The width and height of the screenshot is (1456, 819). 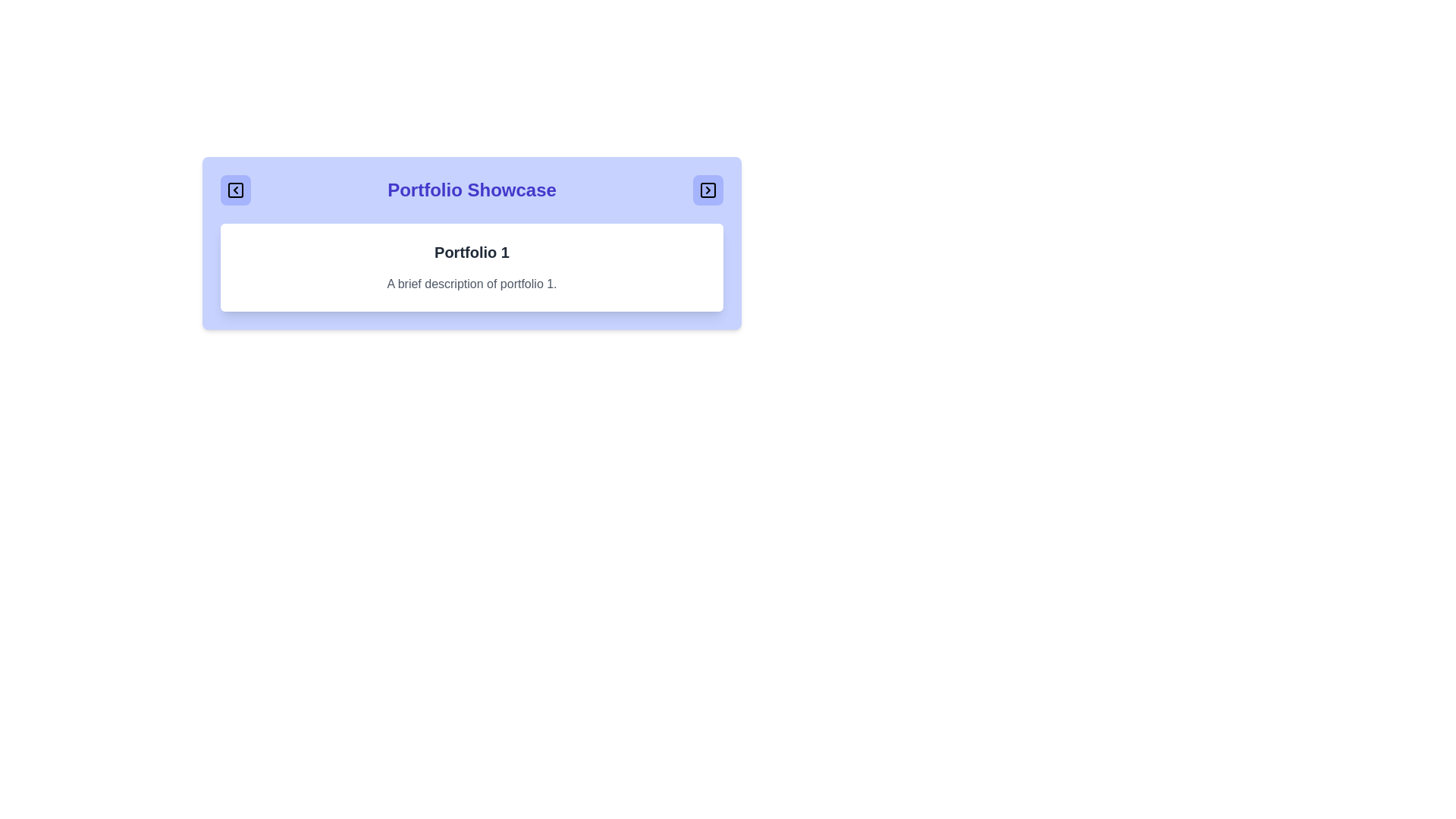 I want to click on the leftmost button in the header component of the Portfolio Showcase interface to receive keyboard interaction, so click(x=235, y=189).